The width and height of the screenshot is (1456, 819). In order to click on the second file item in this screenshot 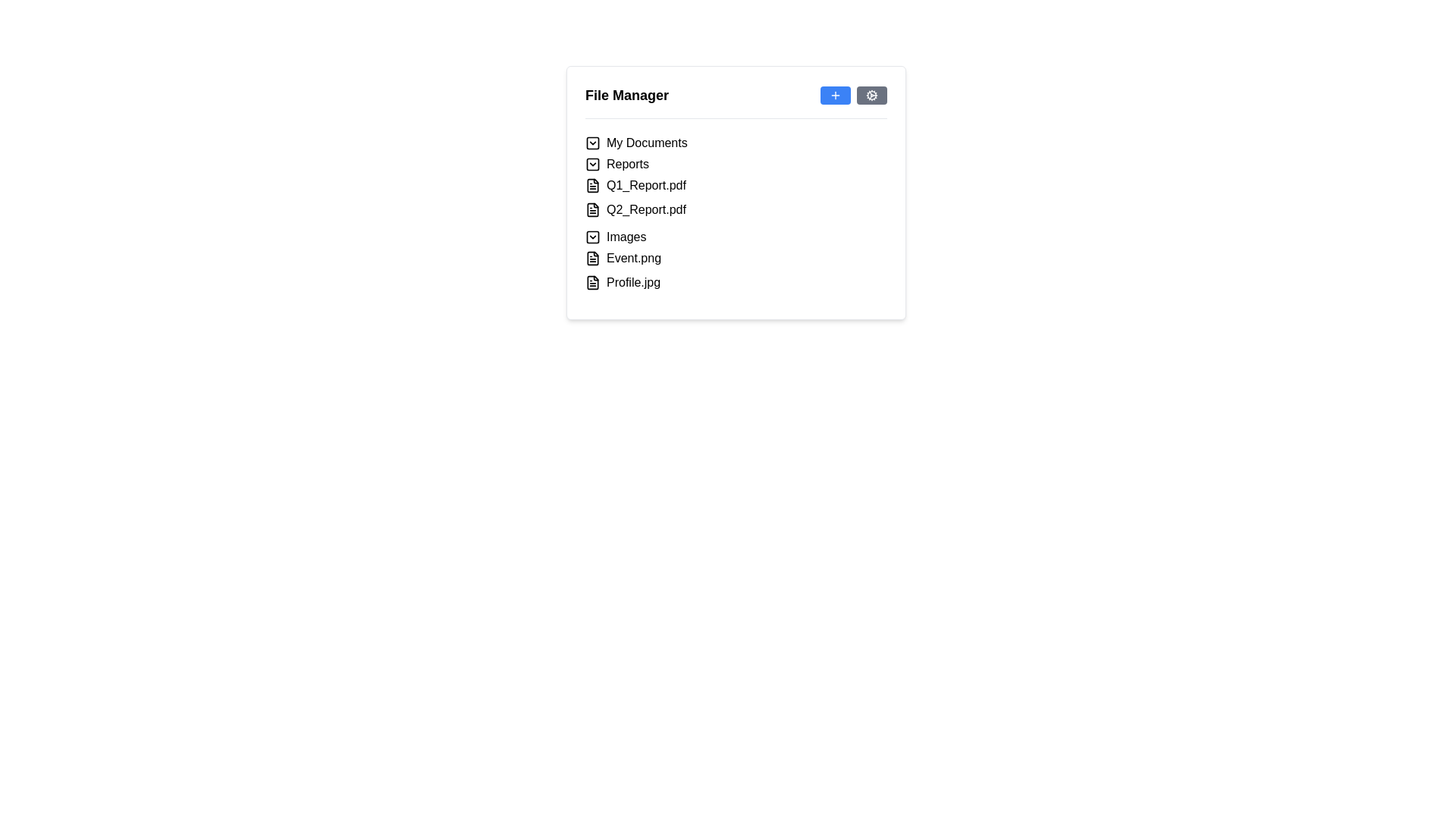, I will do `click(736, 210)`.